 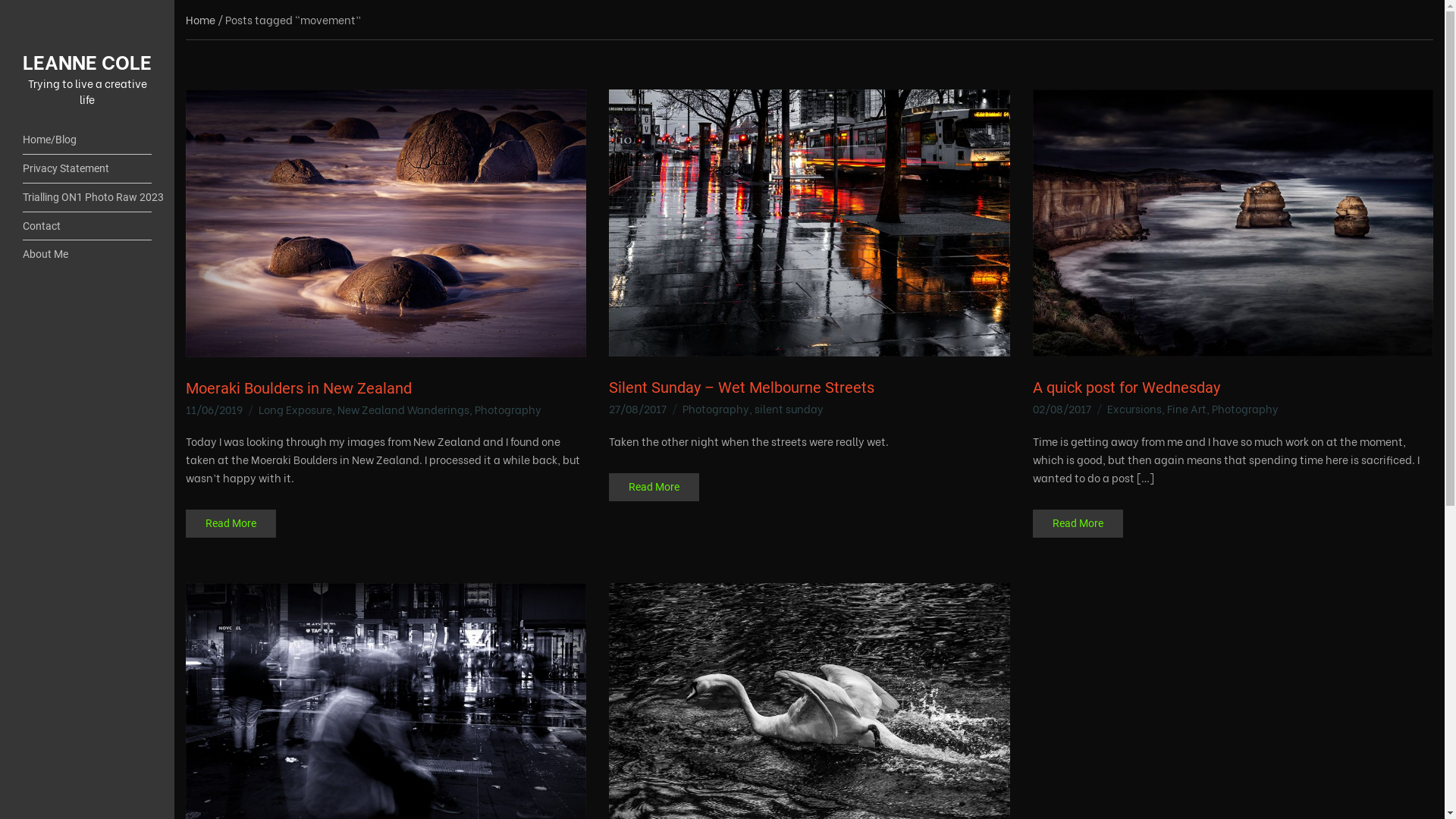 I want to click on 'Home', so click(x=199, y=19).